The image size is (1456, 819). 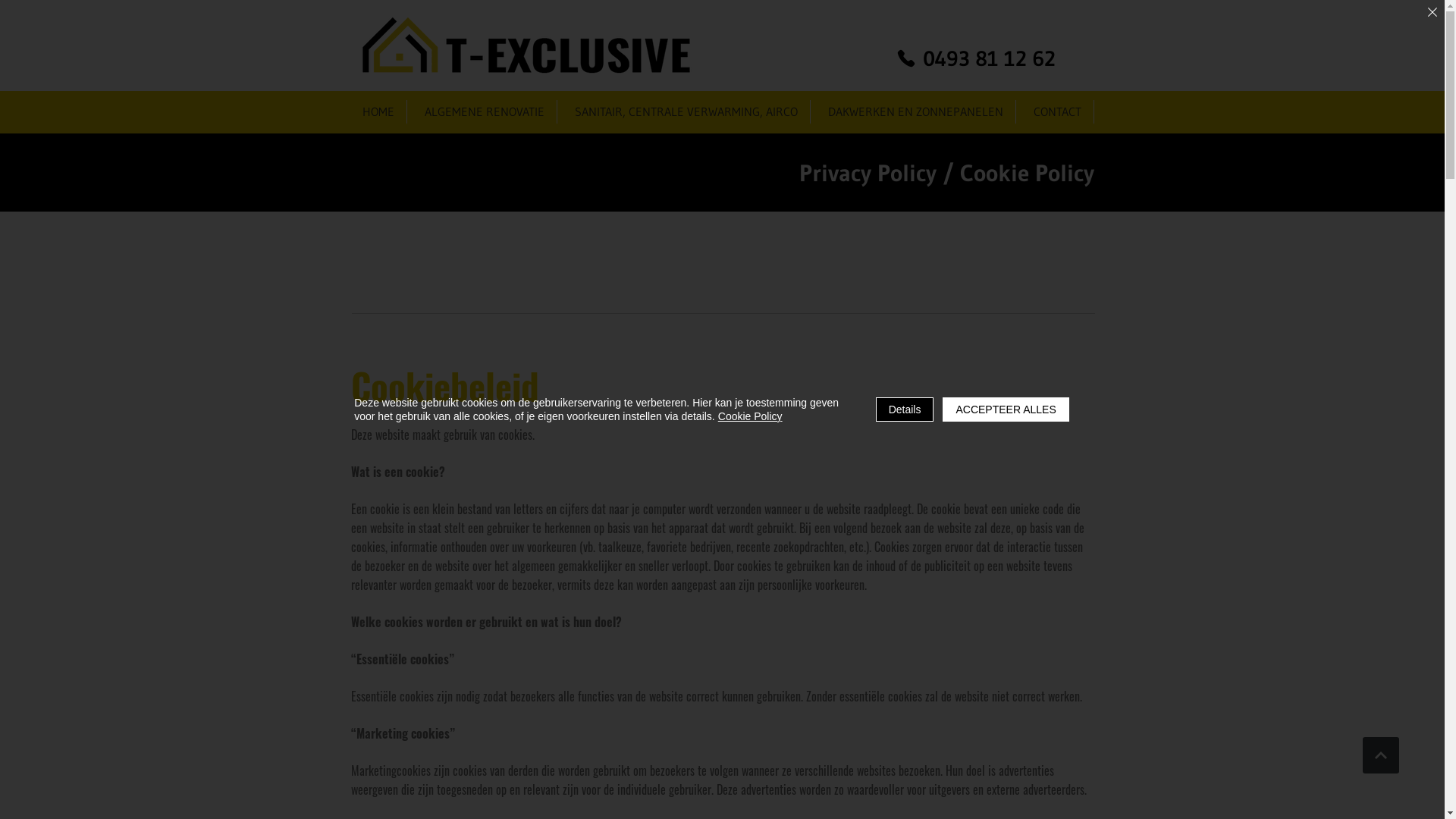 I want to click on 'DAKWERKEN EN ZONNEPANELEN', so click(x=915, y=111).